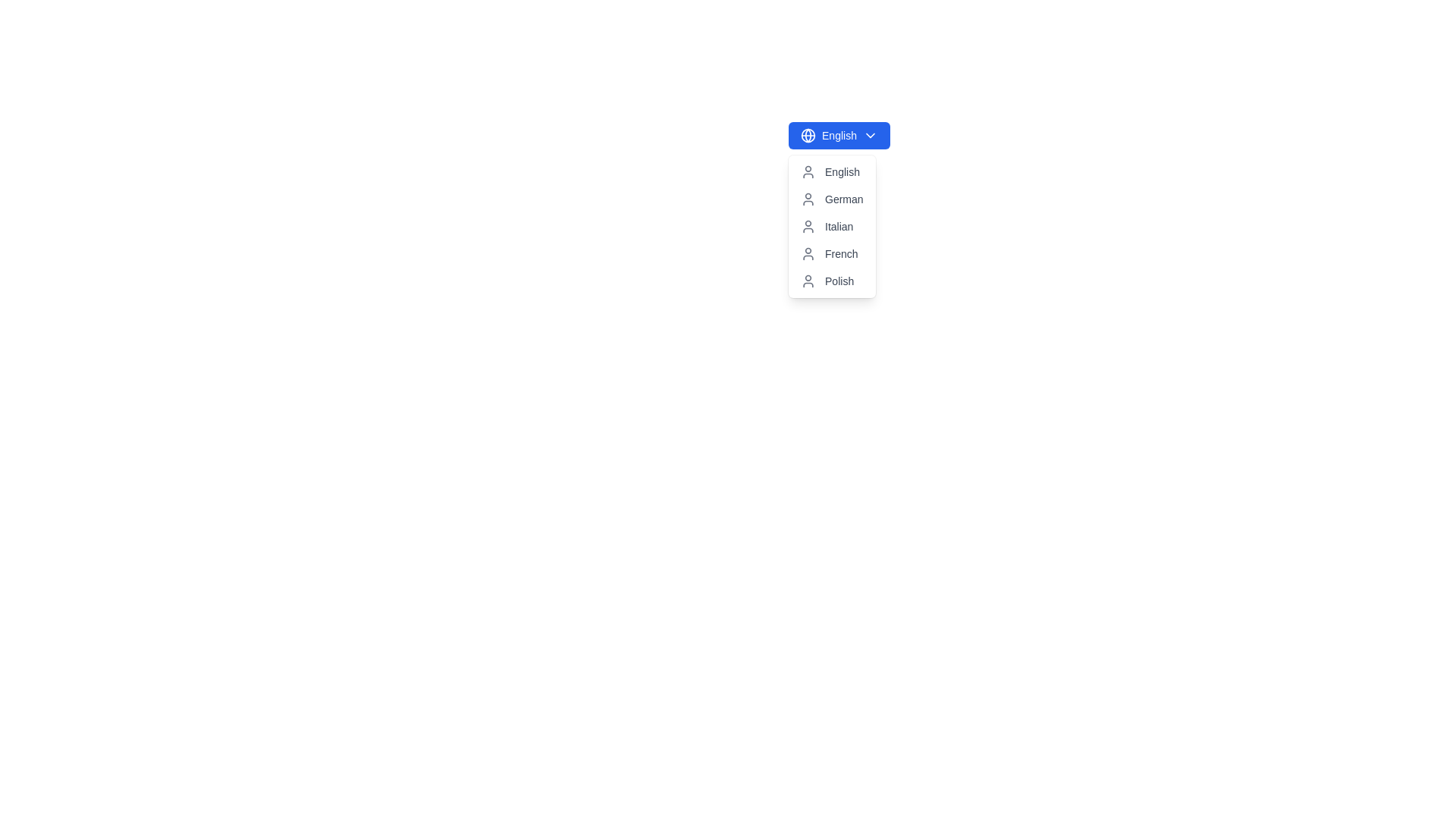 Image resolution: width=1456 pixels, height=819 pixels. What do you see at coordinates (831, 227) in the screenshot?
I see `the 'Italian' option in the dropdown menu, which is the third item below the 'English' button` at bounding box center [831, 227].